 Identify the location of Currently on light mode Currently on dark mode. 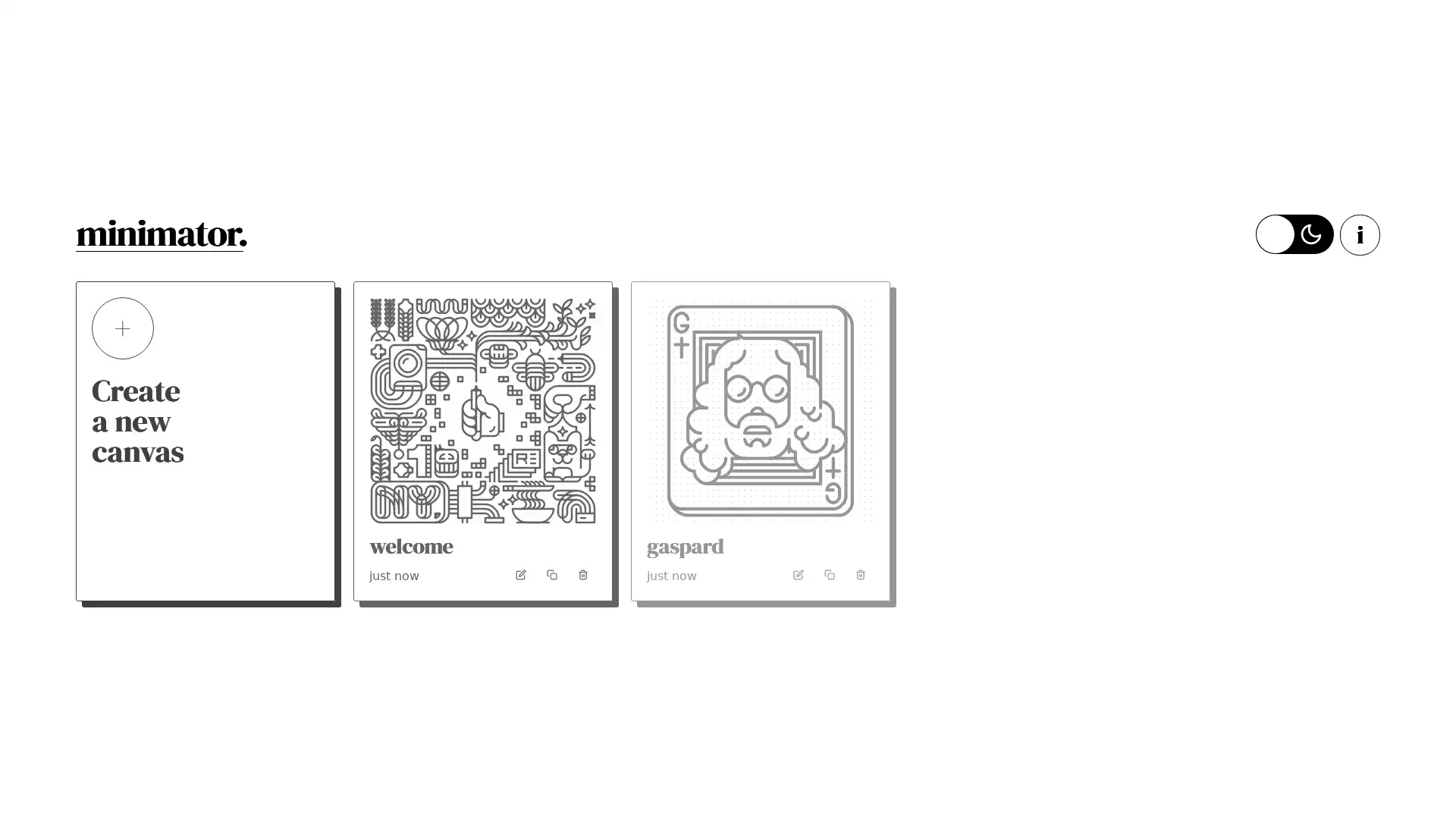
(1294, 234).